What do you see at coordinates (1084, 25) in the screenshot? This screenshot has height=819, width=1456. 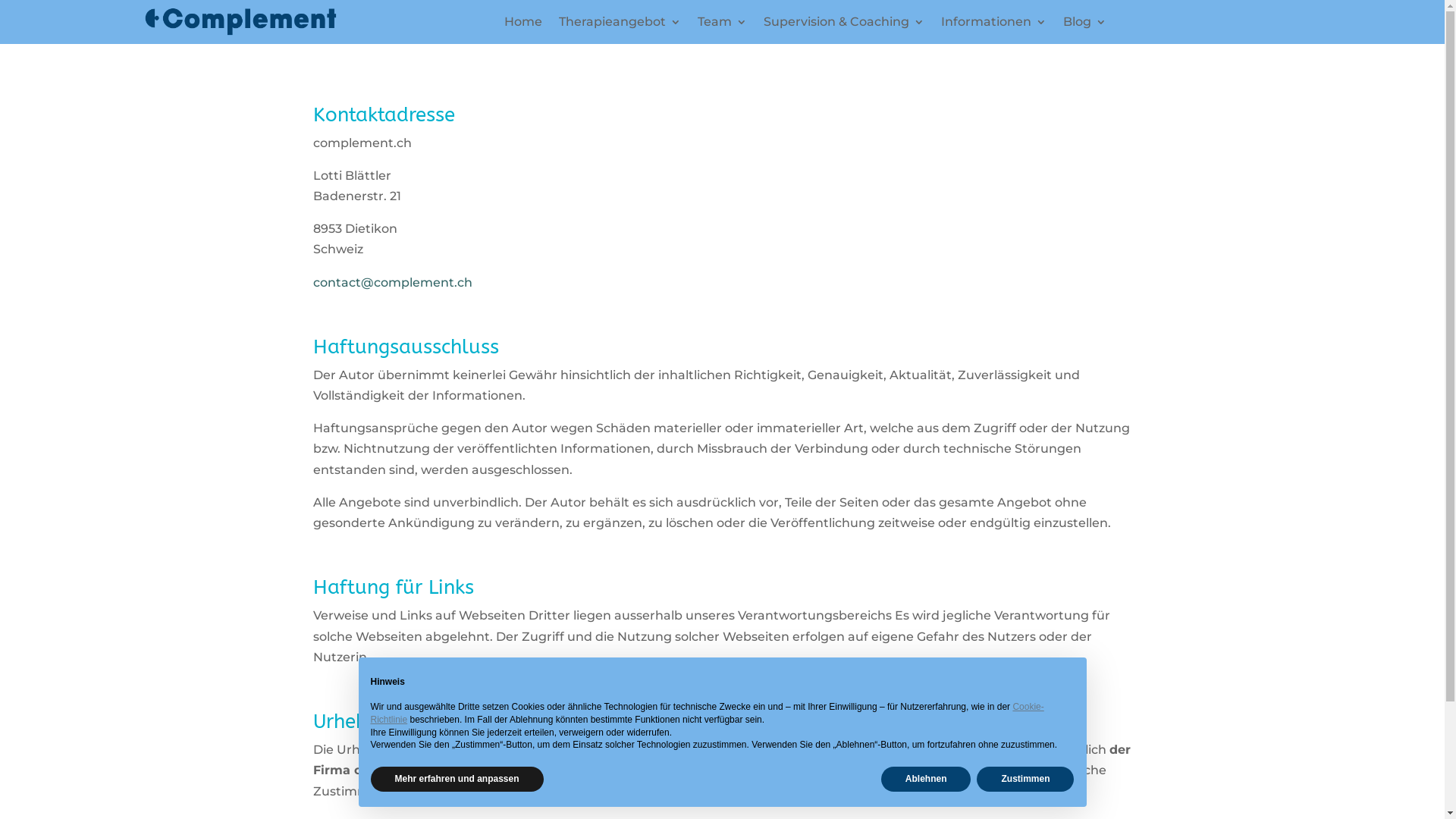 I see `'Blog'` at bounding box center [1084, 25].